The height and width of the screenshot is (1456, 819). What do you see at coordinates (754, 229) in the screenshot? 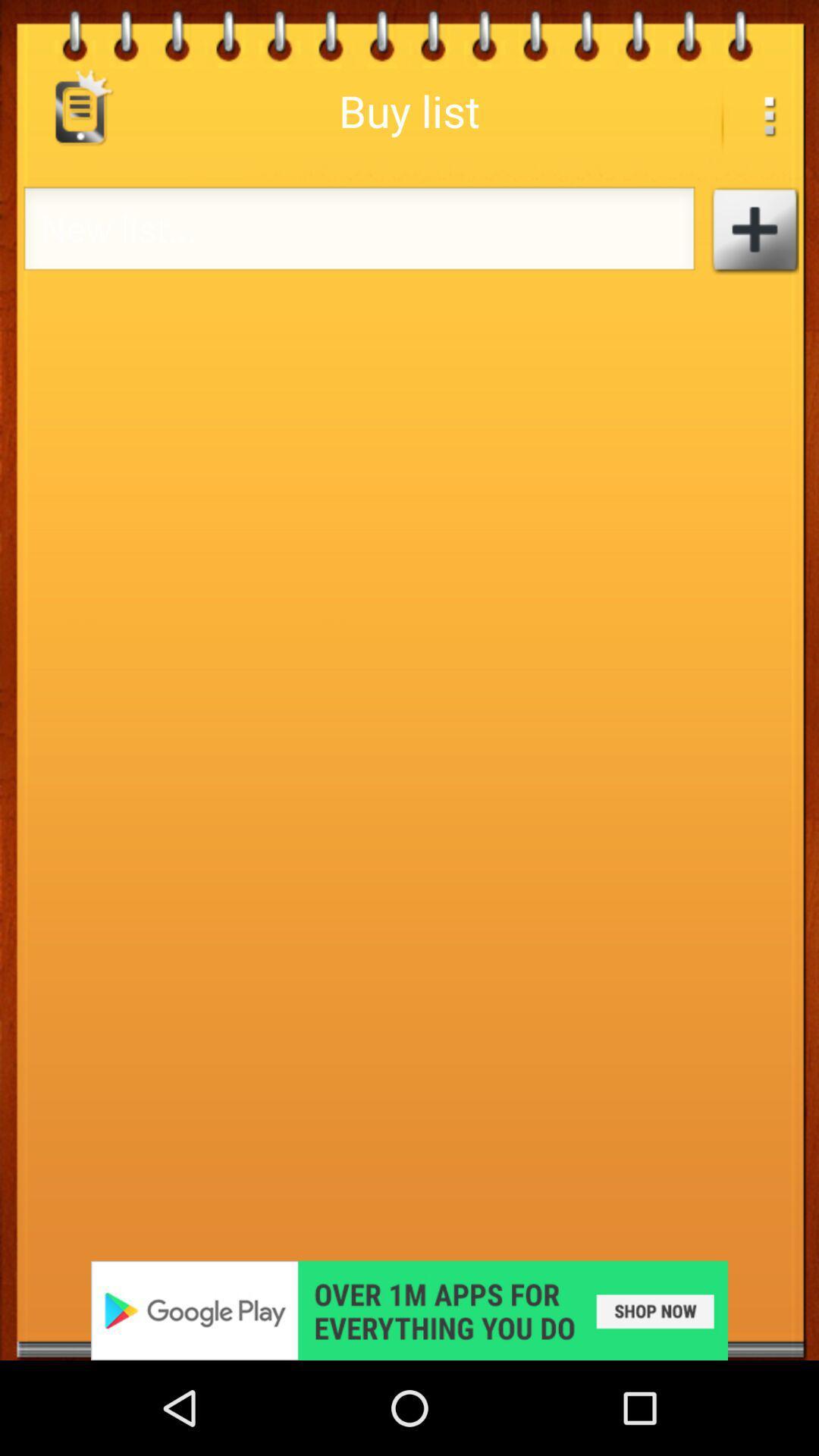
I see `item to buy list` at bounding box center [754, 229].